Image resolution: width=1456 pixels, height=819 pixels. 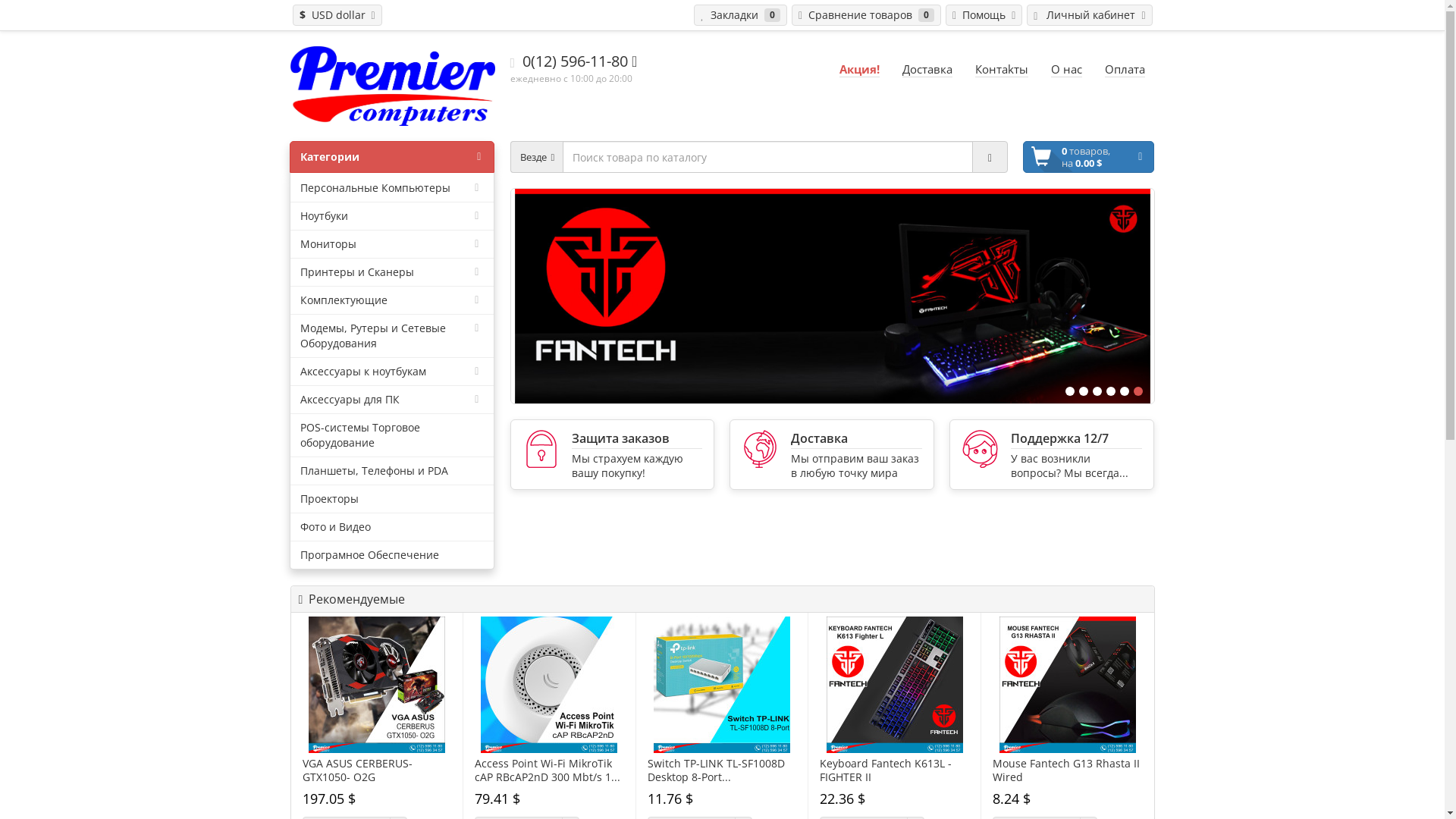 I want to click on 'VGA ASUS CERBERUS-GTX1050- O2G', so click(x=308, y=684).